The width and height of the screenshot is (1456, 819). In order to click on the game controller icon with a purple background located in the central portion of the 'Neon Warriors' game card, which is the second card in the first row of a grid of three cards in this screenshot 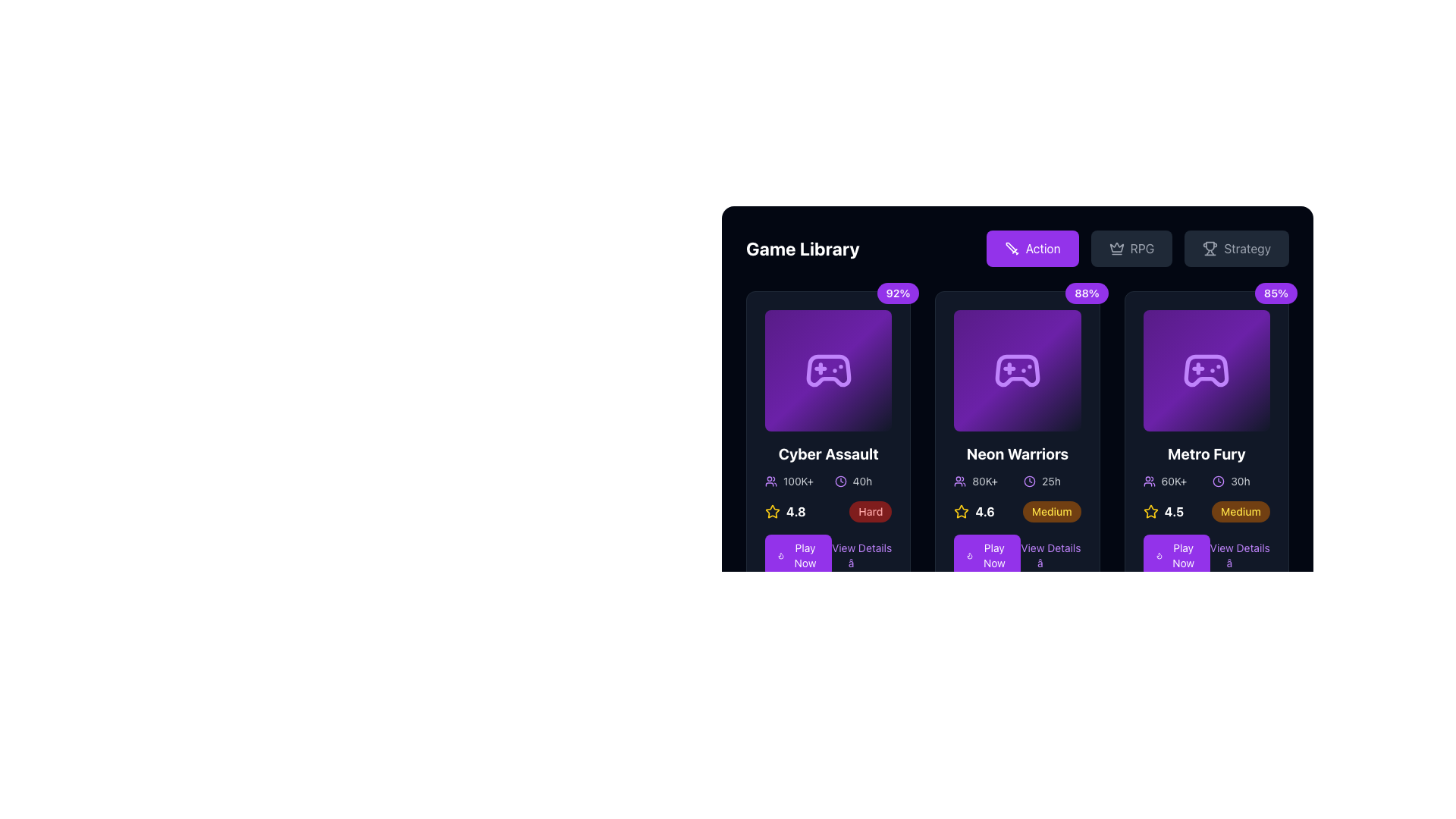, I will do `click(1017, 371)`.